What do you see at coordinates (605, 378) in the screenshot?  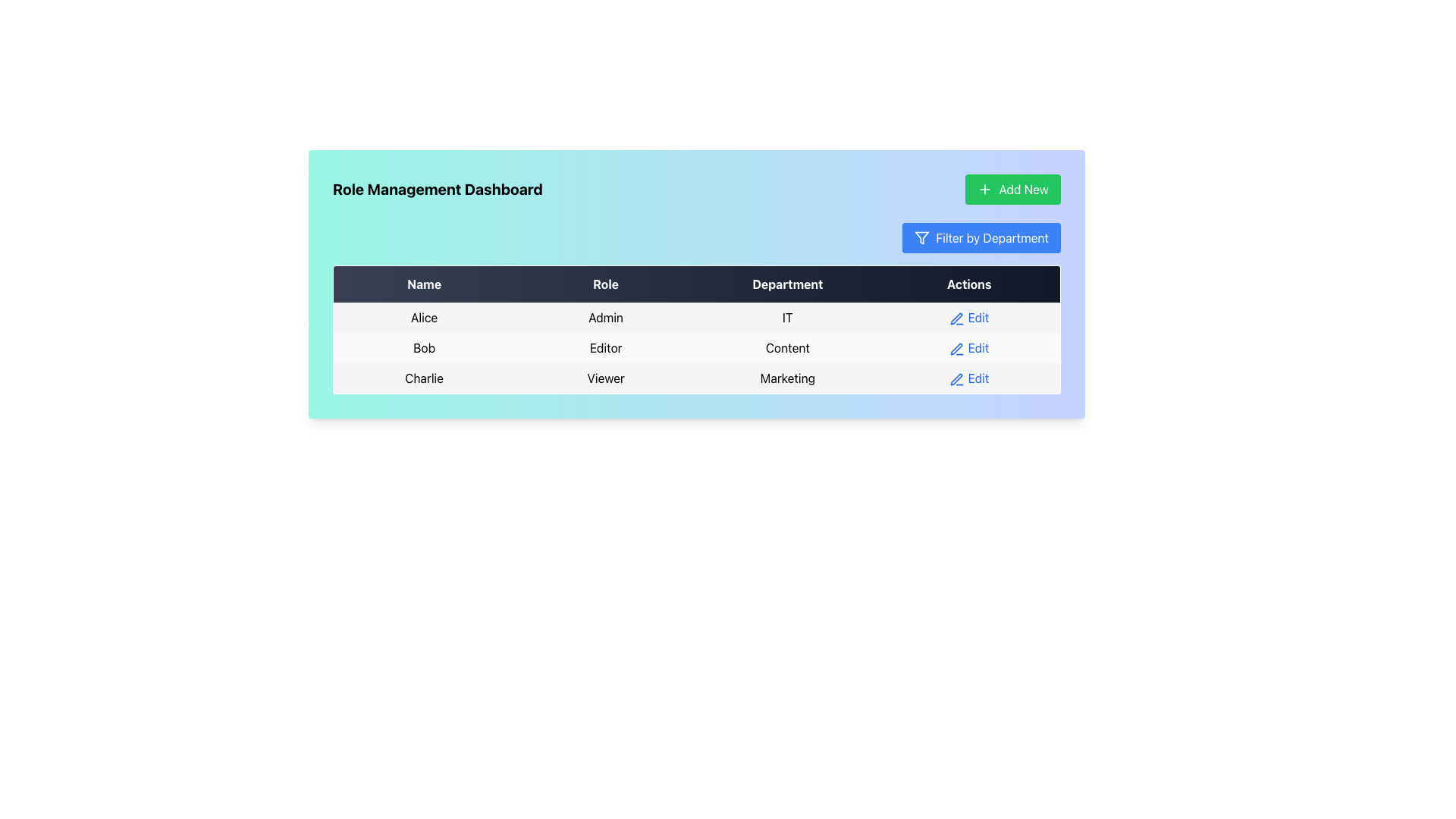 I see `the Text Label displaying the role designation of a specific user in the third row of the roles management table under the 'Role' column` at bounding box center [605, 378].